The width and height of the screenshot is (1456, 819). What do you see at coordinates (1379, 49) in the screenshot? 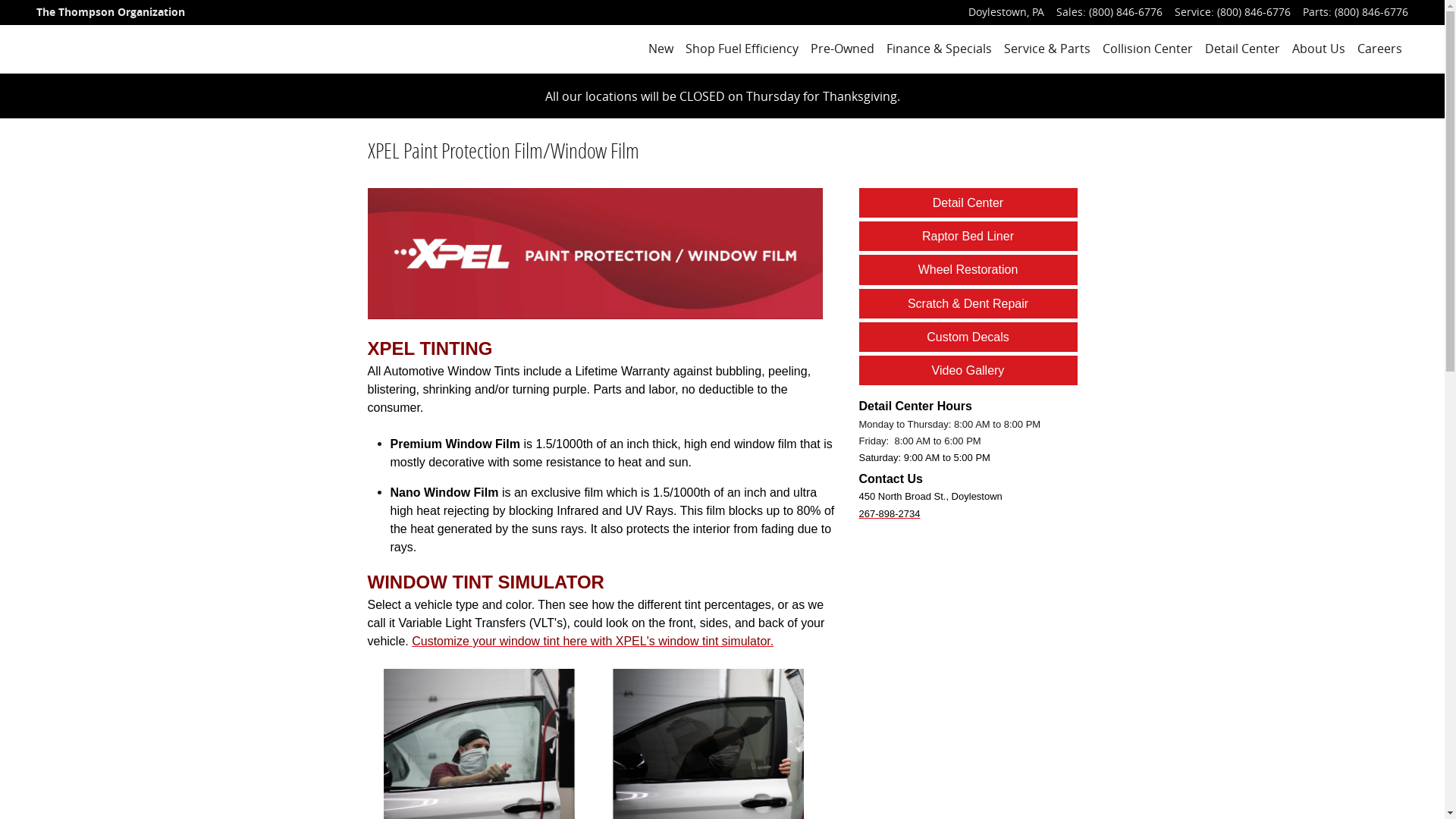
I see `'Careers'` at bounding box center [1379, 49].